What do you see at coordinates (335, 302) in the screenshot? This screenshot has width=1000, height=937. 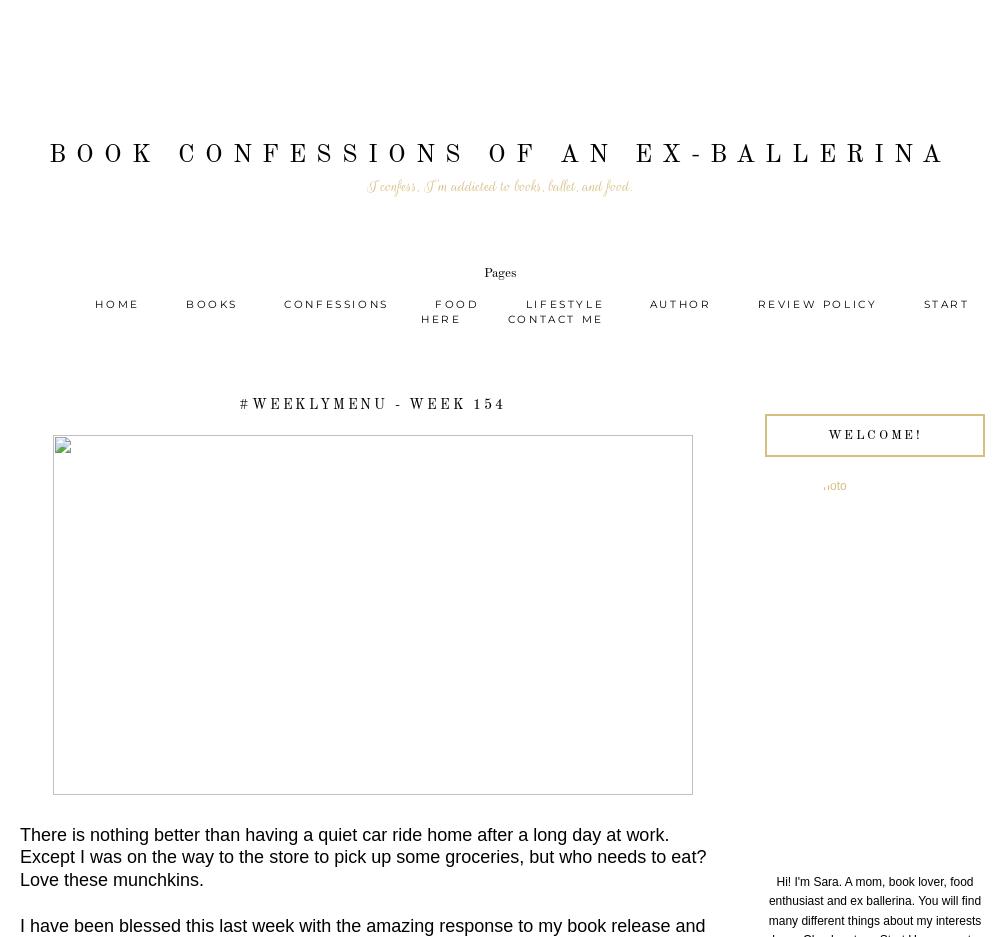 I see `'Confessions'` at bounding box center [335, 302].